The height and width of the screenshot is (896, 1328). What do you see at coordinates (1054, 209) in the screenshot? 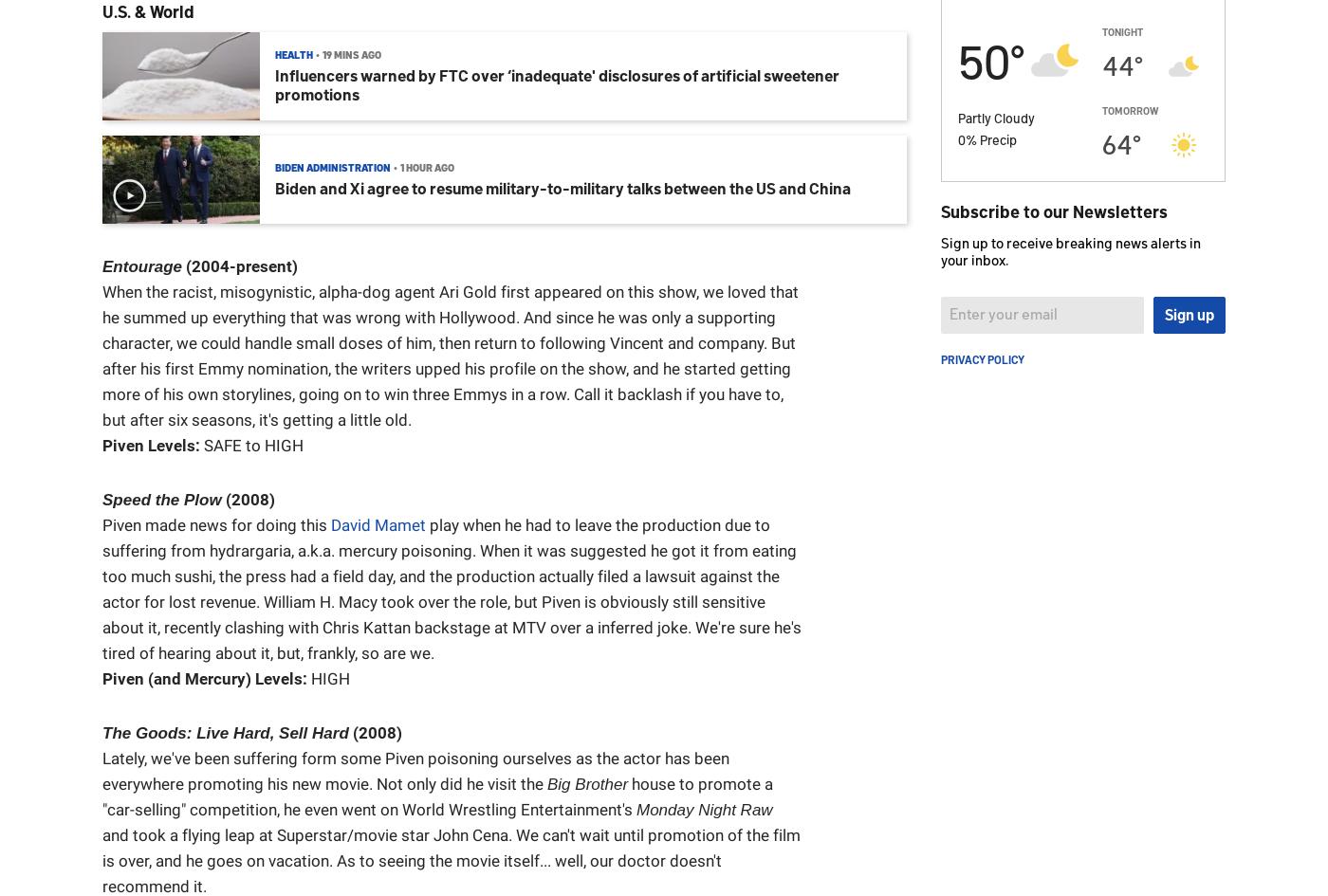
I see `'Subscribe to our Newsletters'` at bounding box center [1054, 209].